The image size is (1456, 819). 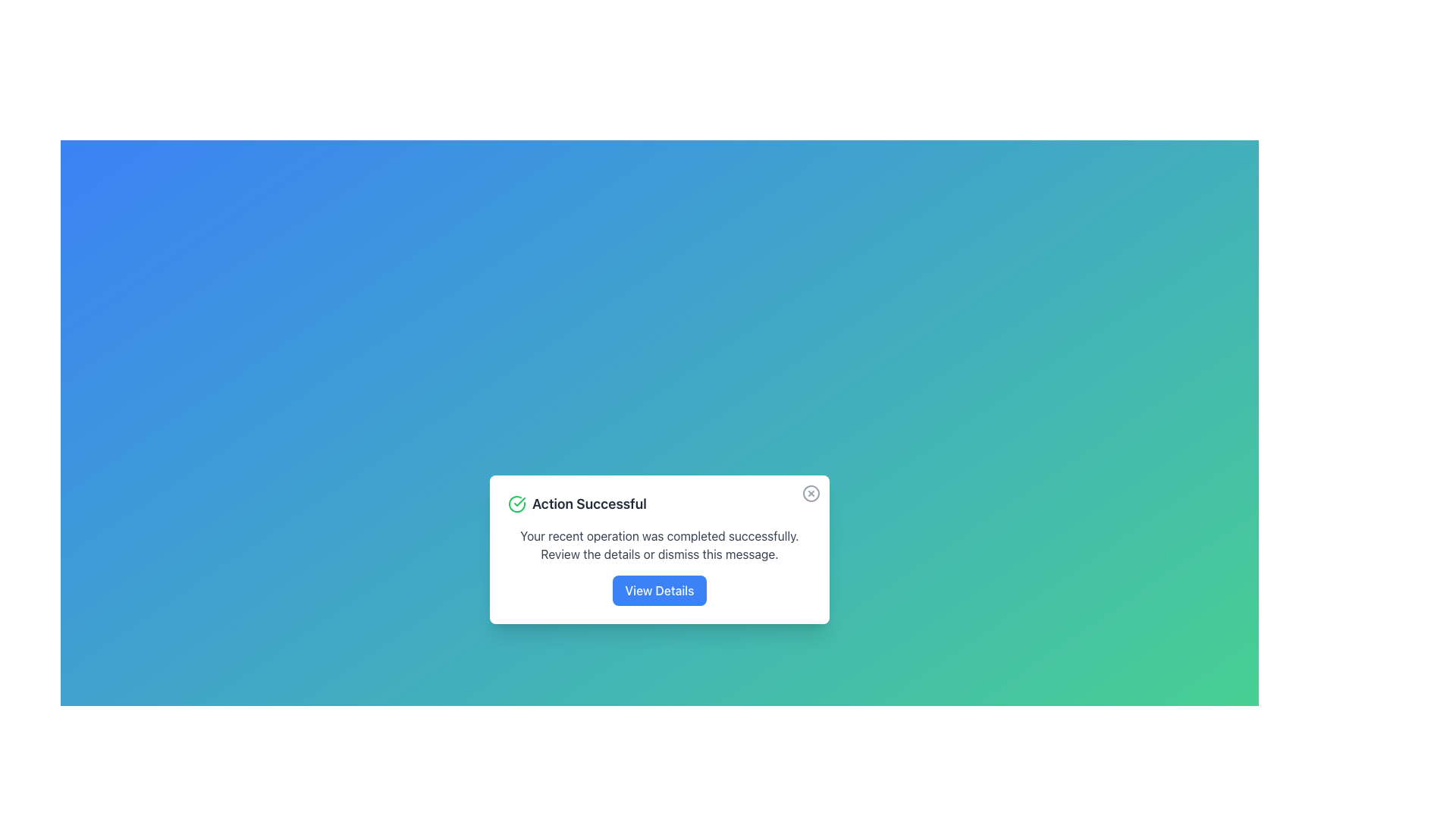 What do you see at coordinates (519, 502) in the screenshot?
I see `the green checkmark icon within the central notification card, which is aligned near the left of the title text 'Action Successful'` at bounding box center [519, 502].